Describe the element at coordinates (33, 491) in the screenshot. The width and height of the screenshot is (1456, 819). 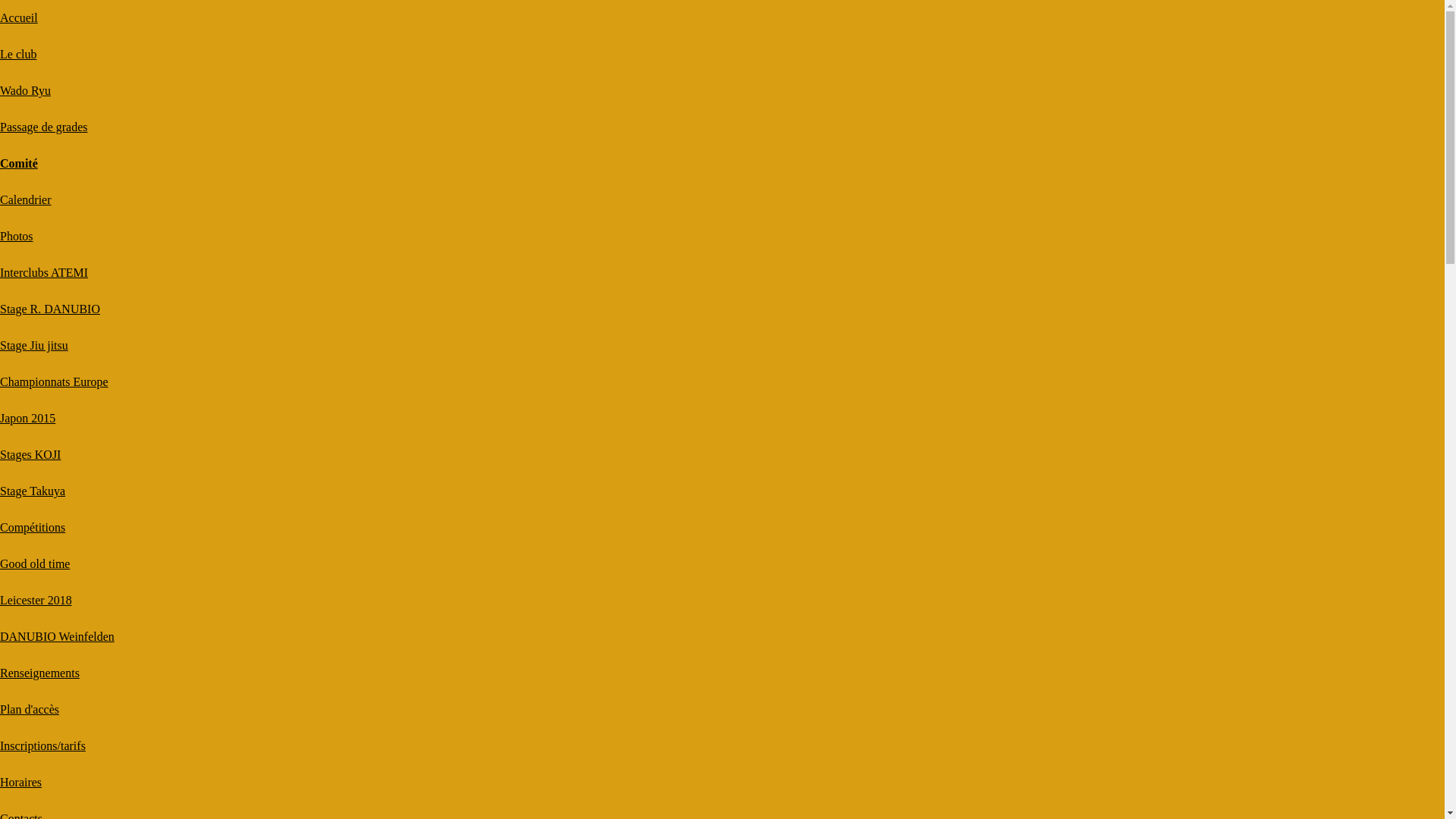
I see `'Stage Takuya'` at that location.